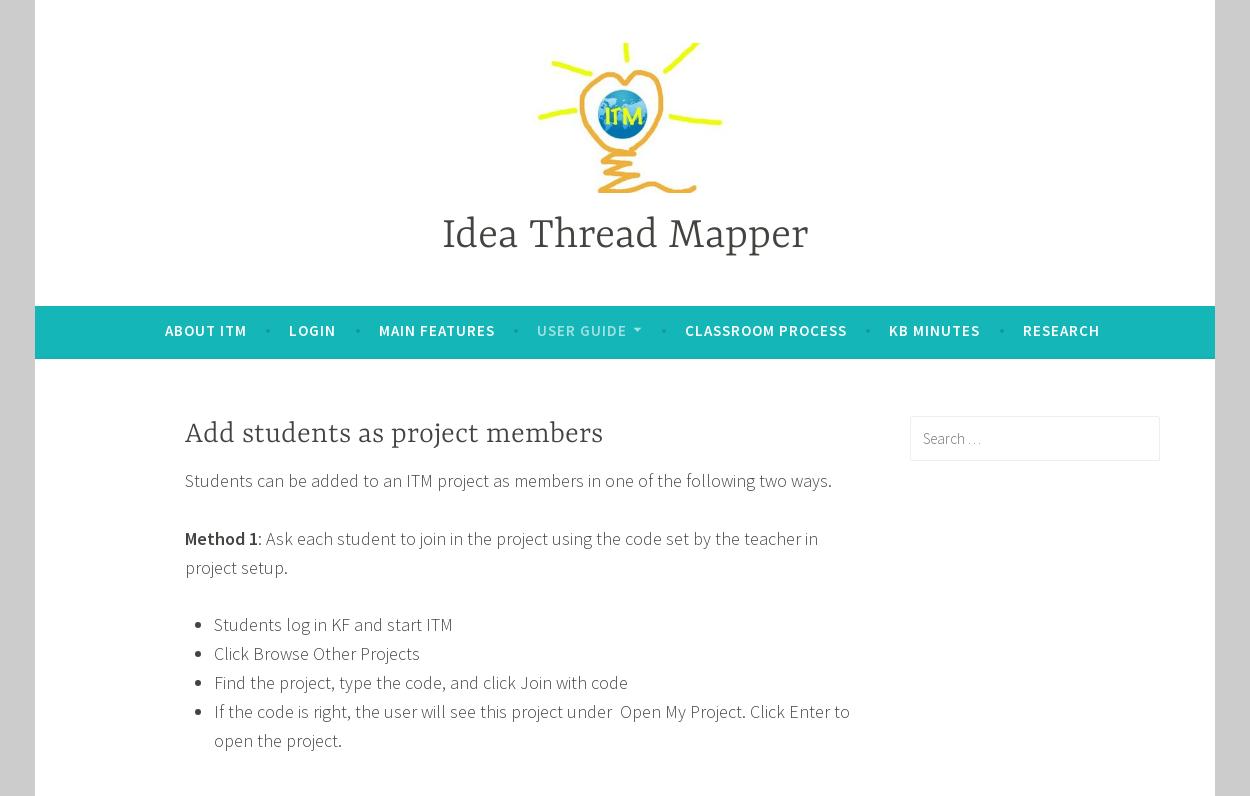  Describe the element at coordinates (420, 680) in the screenshot. I see `'Find the project, type the code, and click Join with code'` at that location.